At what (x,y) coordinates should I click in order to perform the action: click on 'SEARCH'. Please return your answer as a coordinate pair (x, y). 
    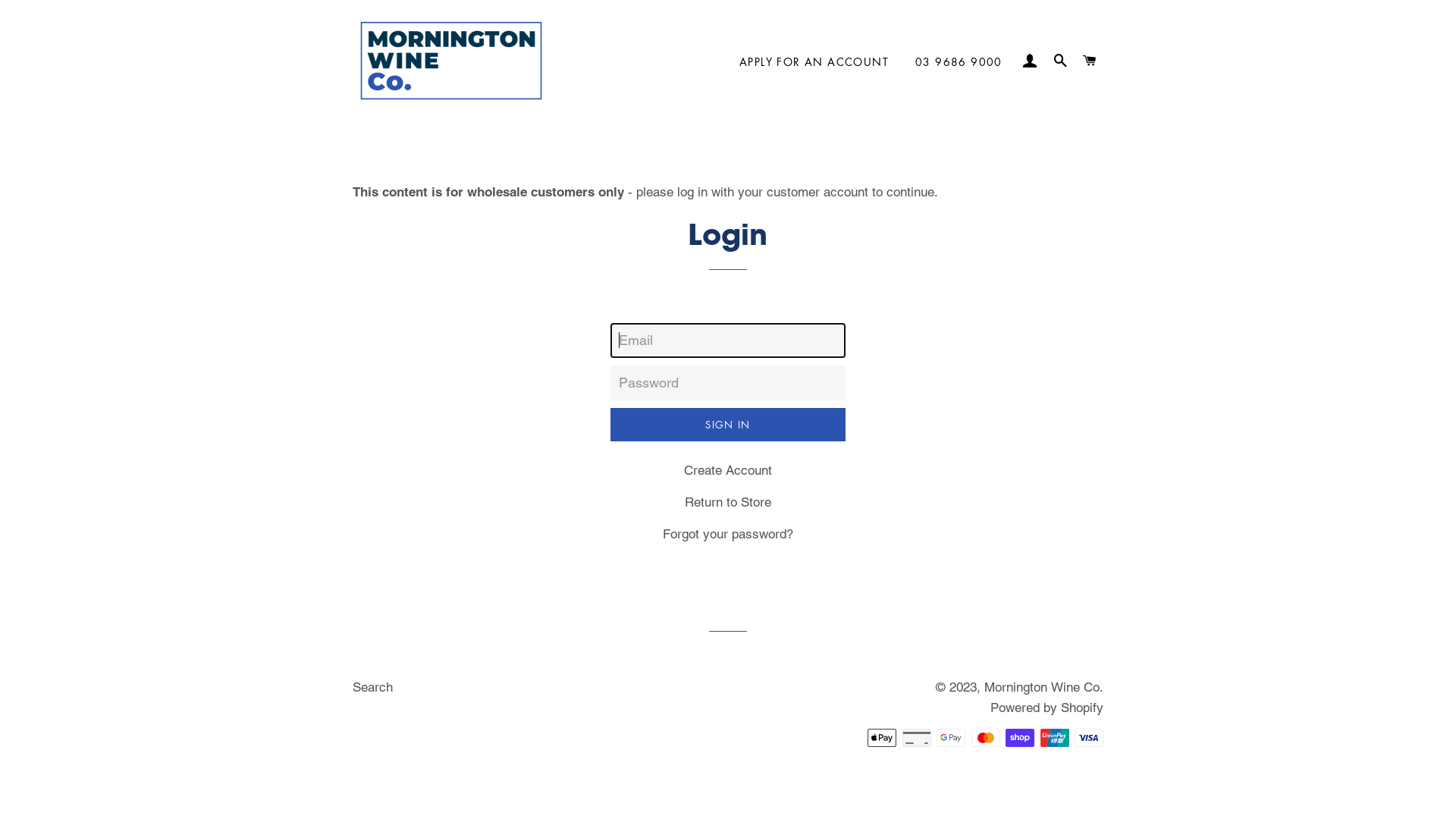
    Looking at the image, I should click on (1059, 60).